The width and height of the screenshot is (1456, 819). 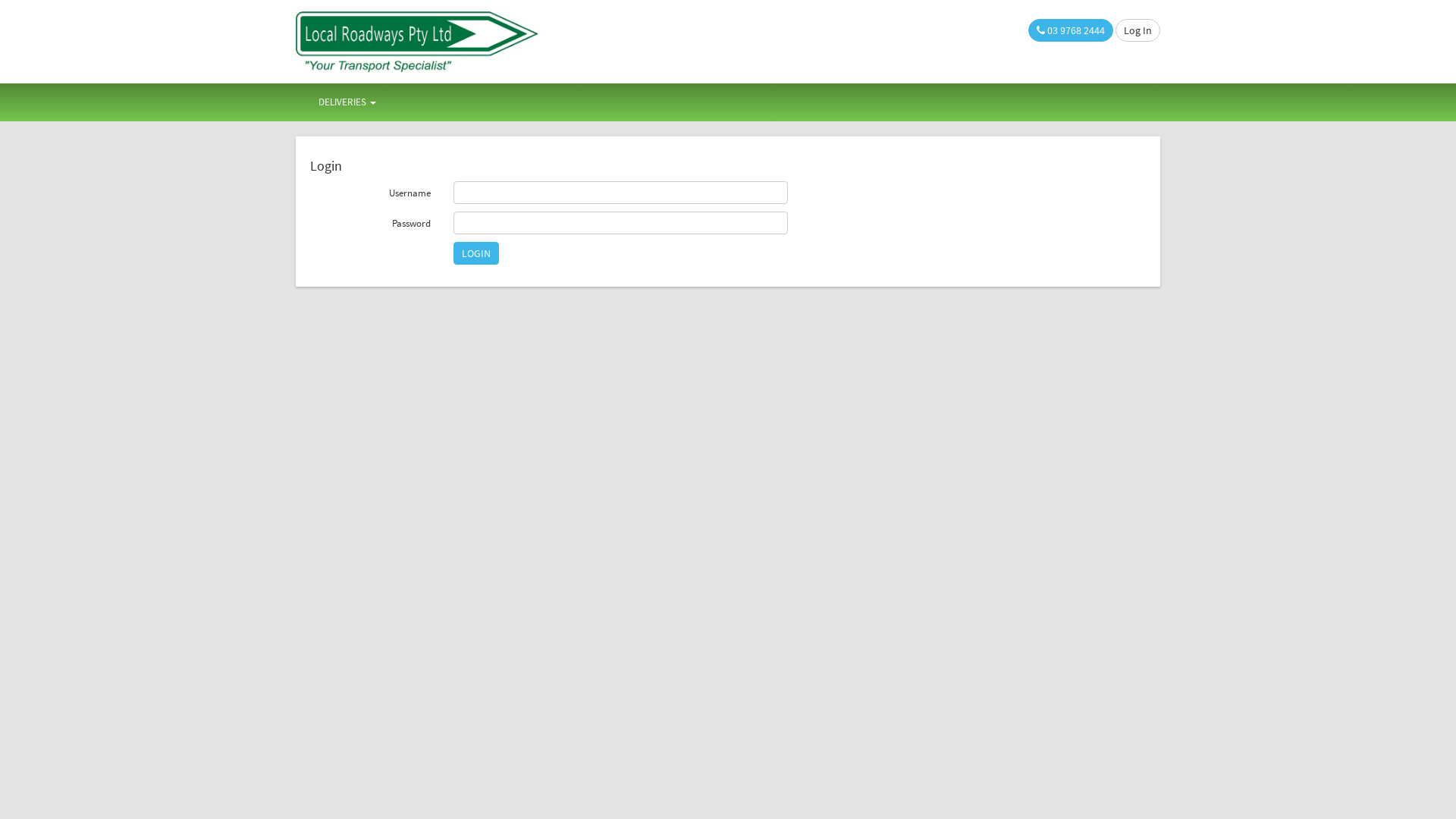 What do you see at coordinates (475, 253) in the screenshot?
I see `'LOGIN'` at bounding box center [475, 253].